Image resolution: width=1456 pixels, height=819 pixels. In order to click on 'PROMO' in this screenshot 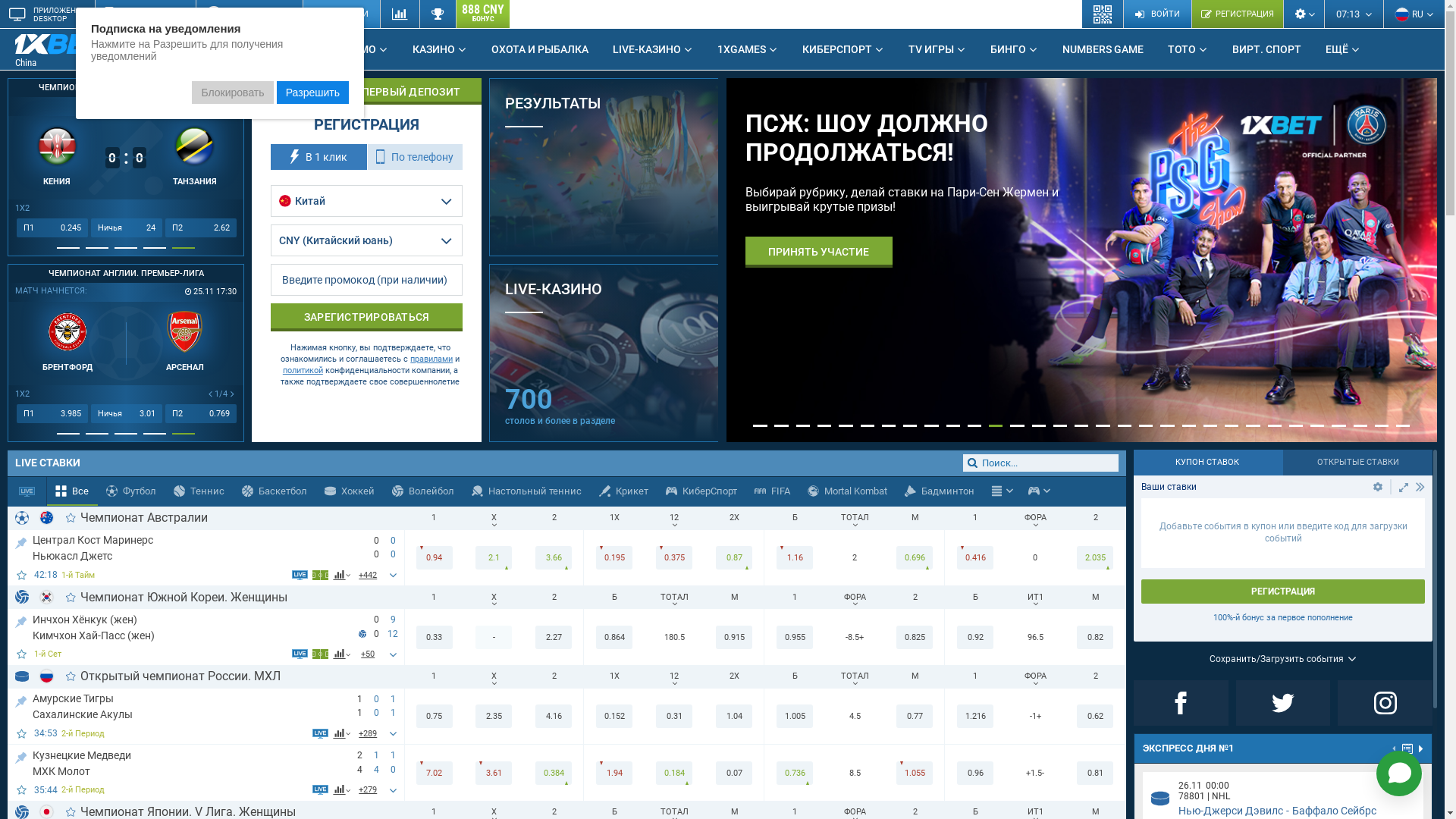, I will do `click(362, 49)`.